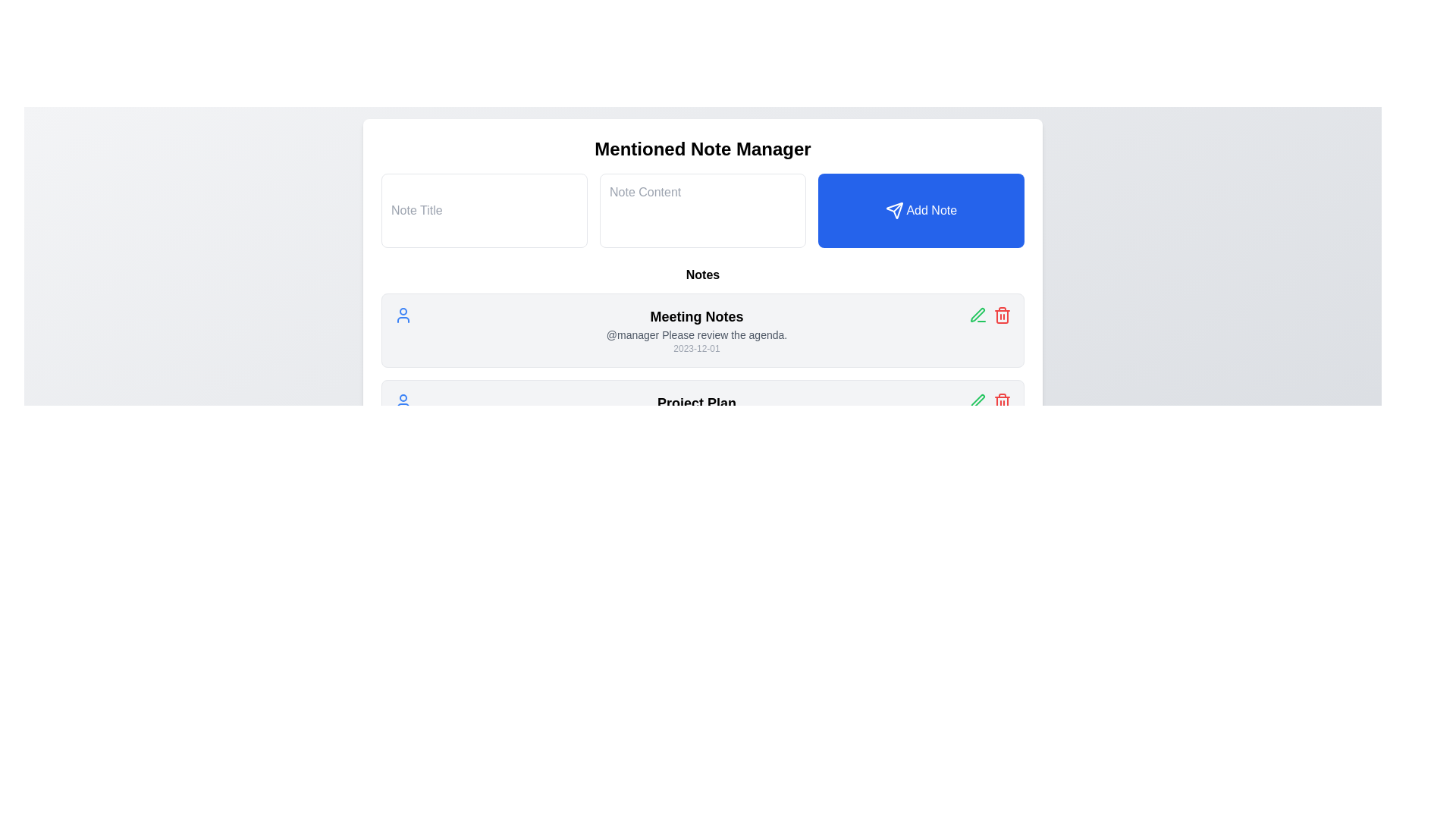  Describe the element at coordinates (894, 211) in the screenshot. I see `the SVG graphic element within the 'Add Note' button` at that location.